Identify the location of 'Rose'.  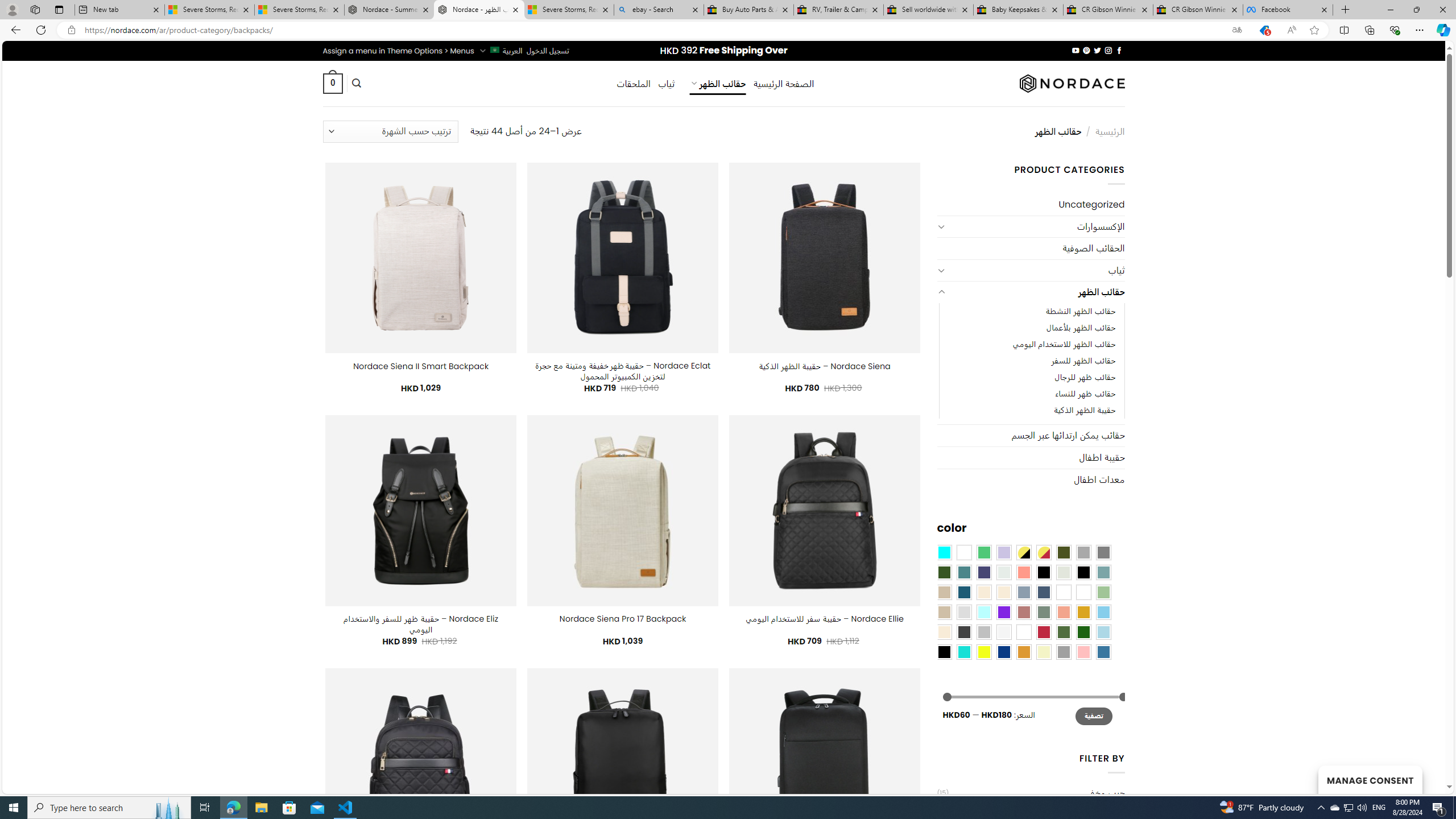
(1023, 611).